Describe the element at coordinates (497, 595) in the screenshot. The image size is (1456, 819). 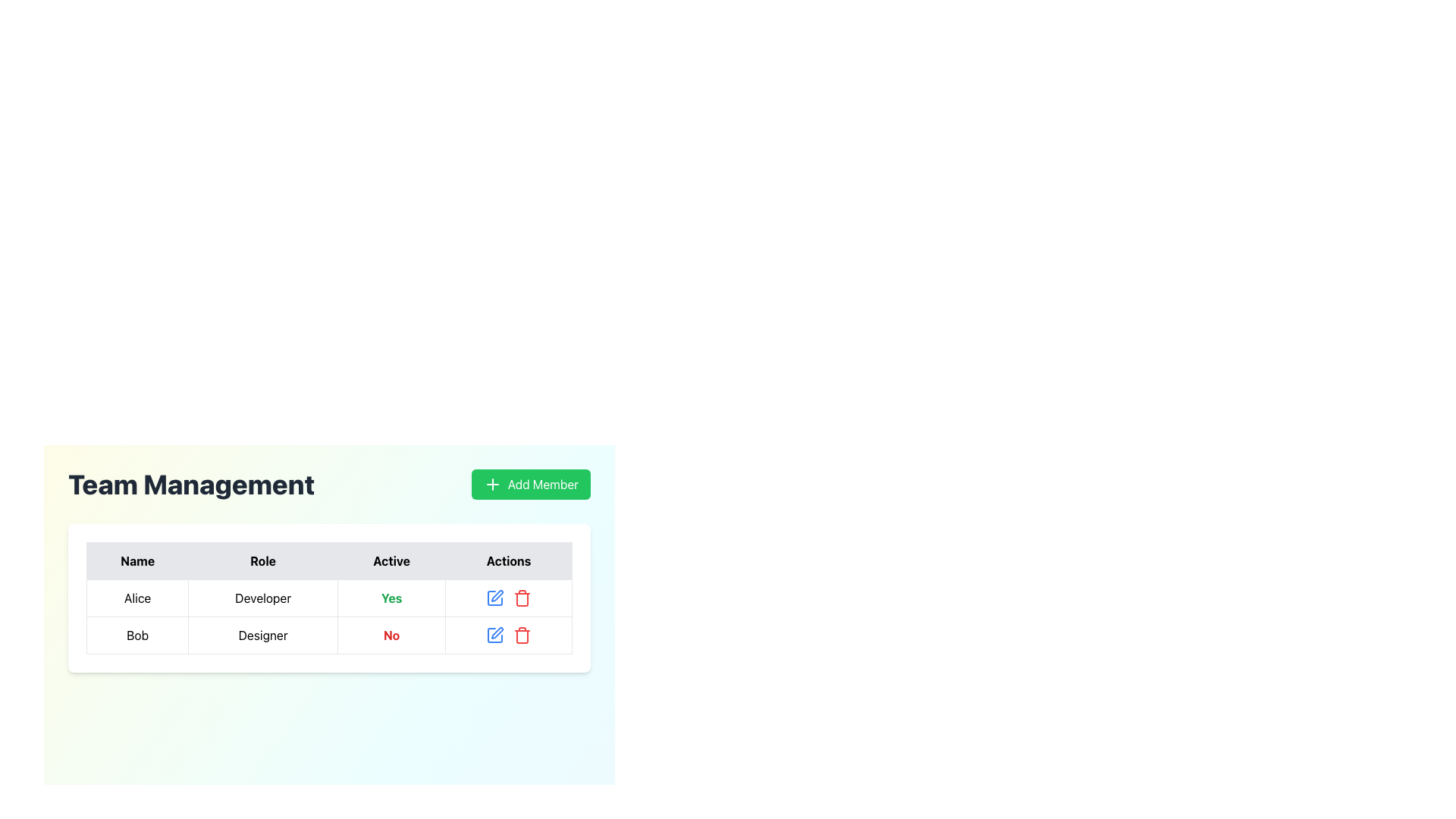
I see `the blue pencil icon in the 'Actions' column for the row labeled 'Alice'` at that location.